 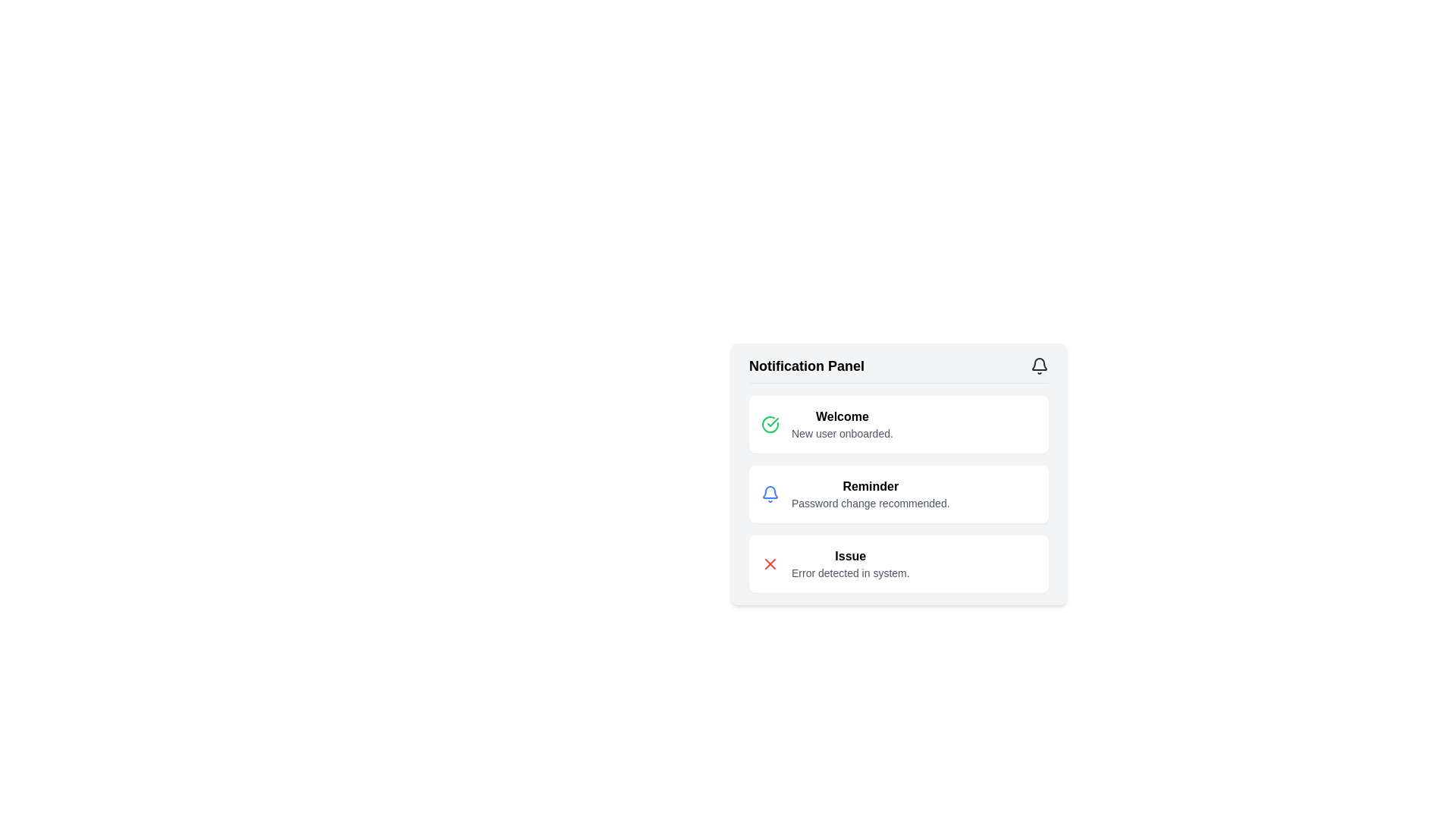 What do you see at coordinates (899, 494) in the screenshot?
I see `notification content located in the second entry of the Notification Panel, which informs about a recommended password change` at bounding box center [899, 494].